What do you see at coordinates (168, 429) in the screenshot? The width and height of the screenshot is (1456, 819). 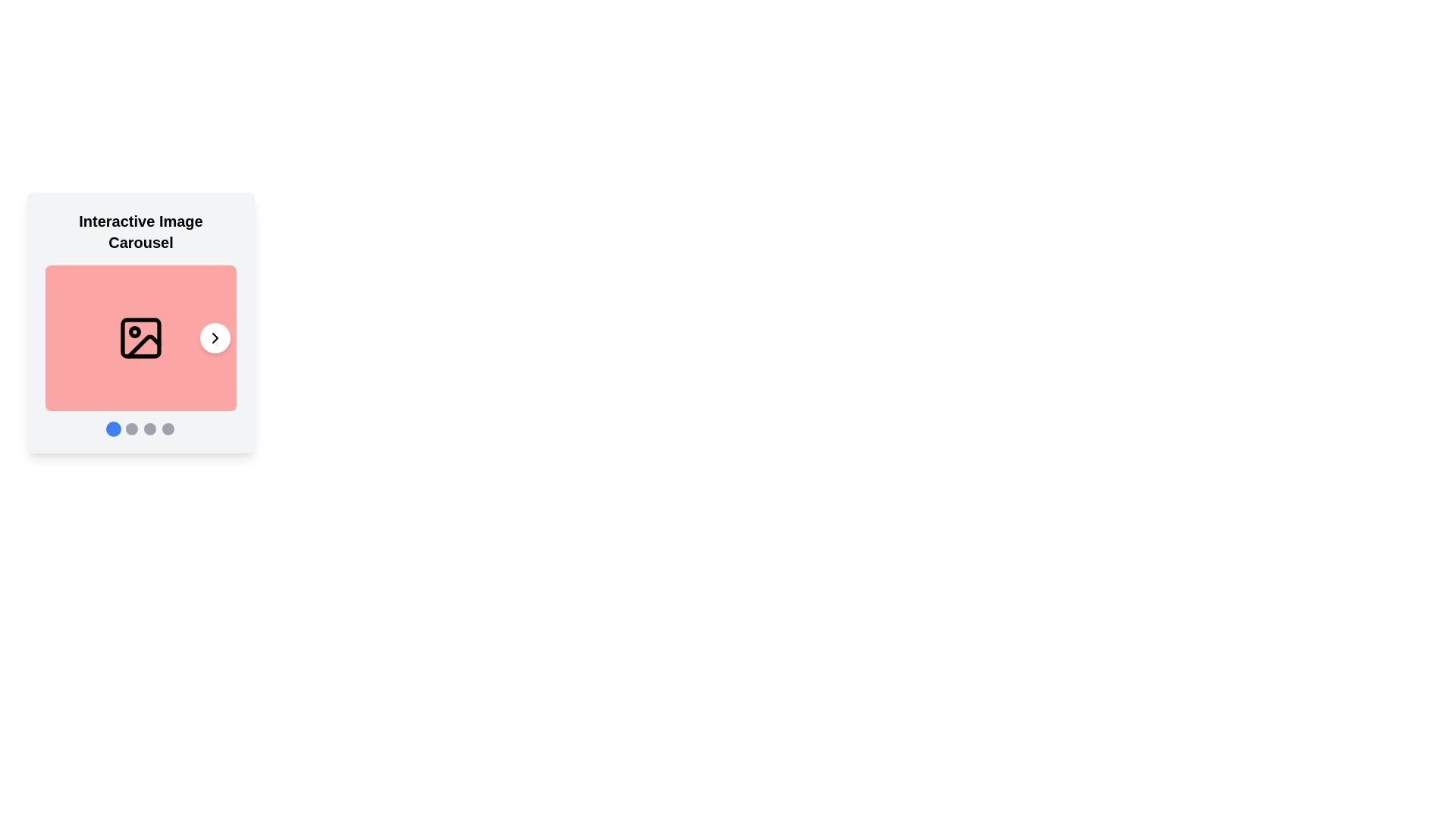 I see `the fourth navigation dot in the carousel` at bounding box center [168, 429].